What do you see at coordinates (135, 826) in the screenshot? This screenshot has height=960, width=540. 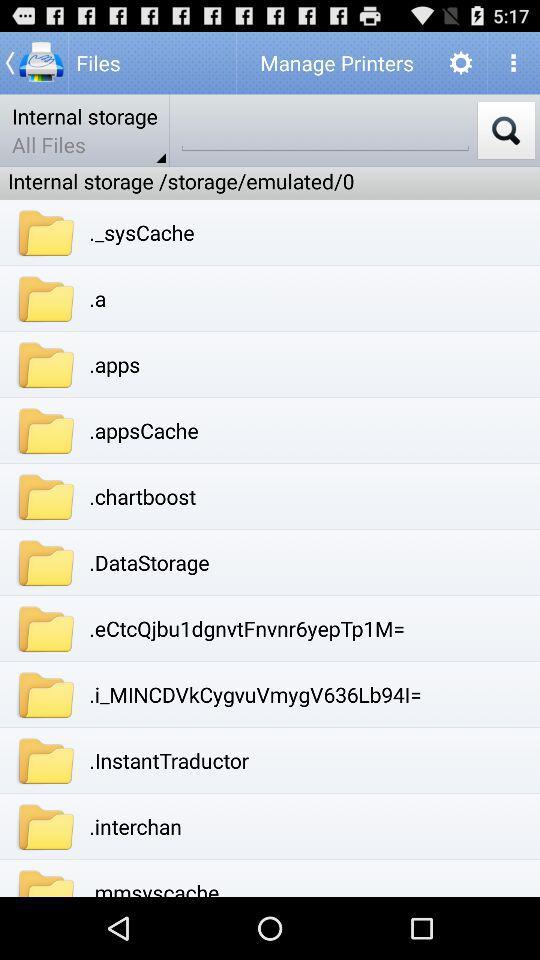 I see `the app above .mmsyscache` at bounding box center [135, 826].